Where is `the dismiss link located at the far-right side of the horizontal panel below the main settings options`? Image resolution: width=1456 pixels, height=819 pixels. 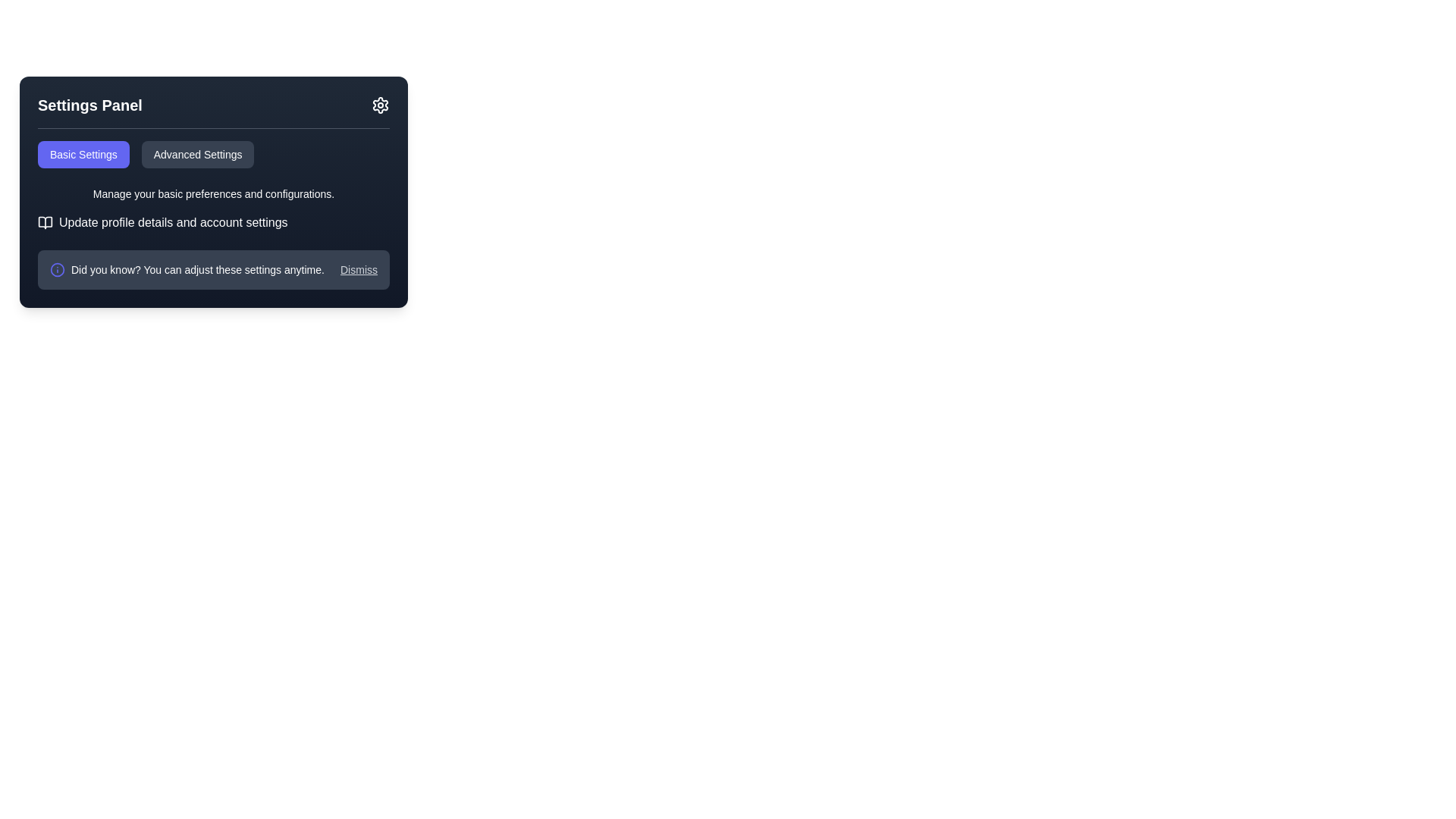 the dismiss link located at the far-right side of the horizontal panel below the main settings options is located at coordinates (358, 268).